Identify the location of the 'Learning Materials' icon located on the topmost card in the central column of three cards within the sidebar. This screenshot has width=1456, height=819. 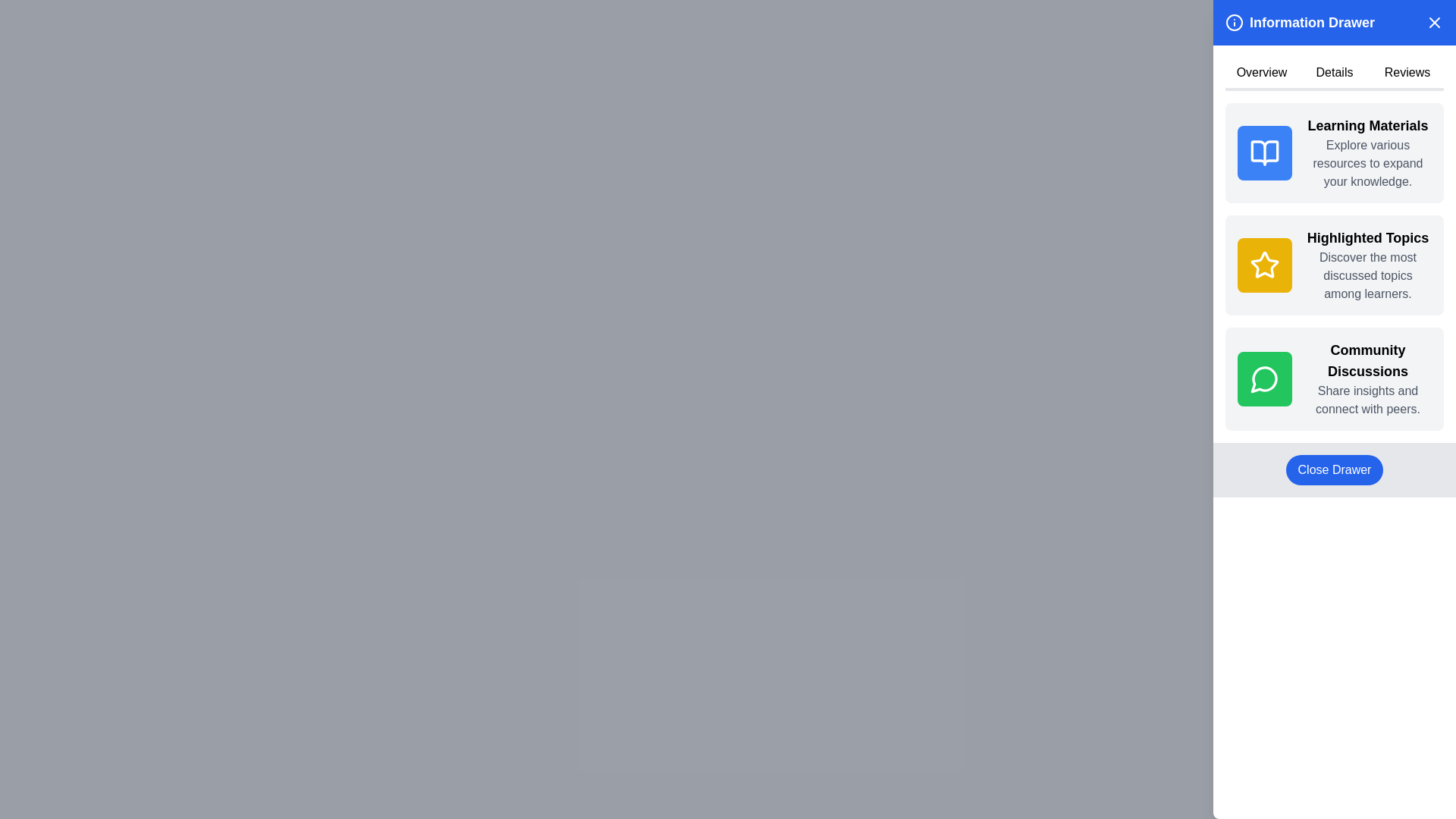
(1265, 152).